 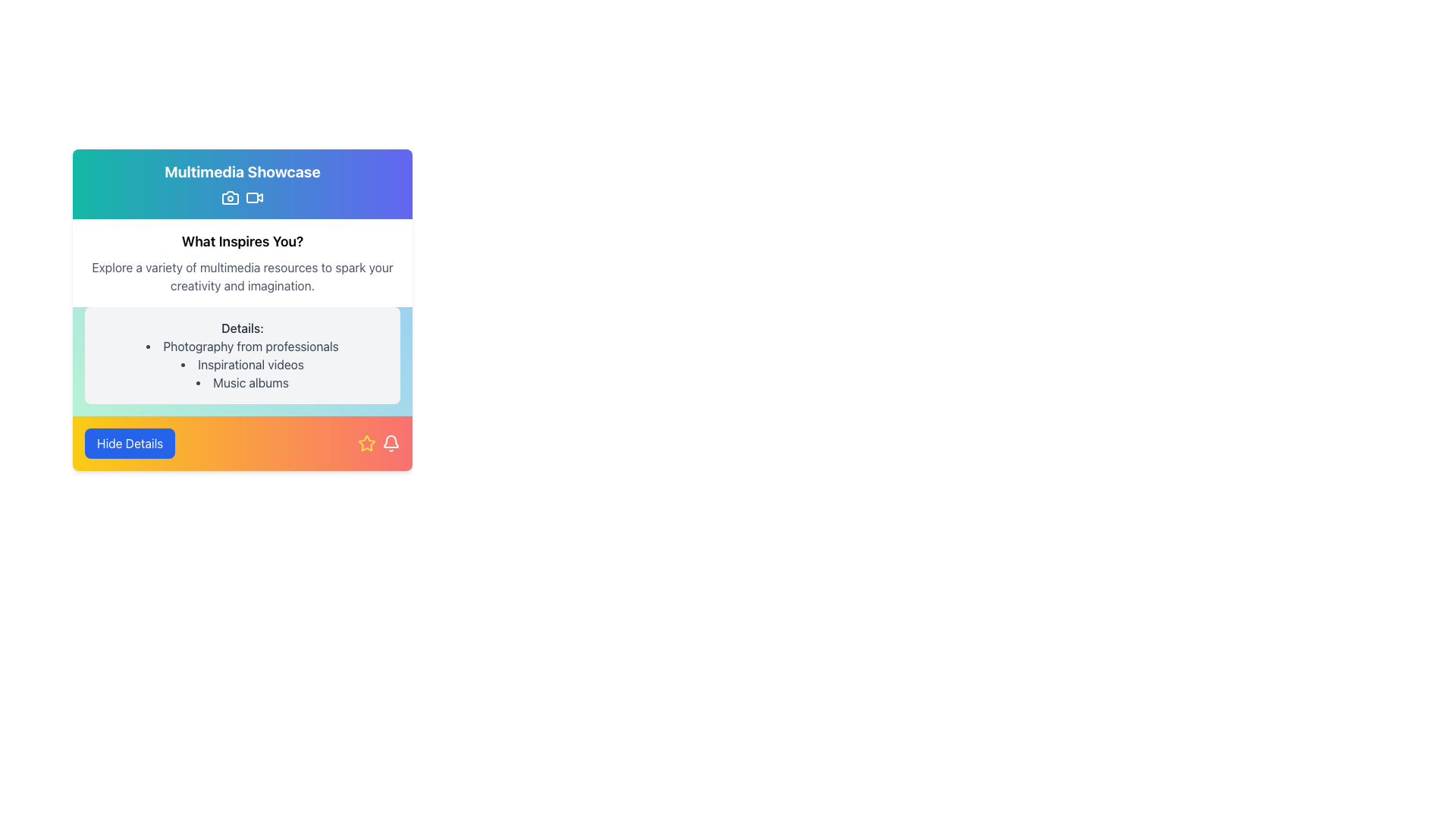 I want to click on the camera icon button located in the multimedia options row beneath the 'Multimedia Showcase' title to interact with it, so click(x=229, y=197).